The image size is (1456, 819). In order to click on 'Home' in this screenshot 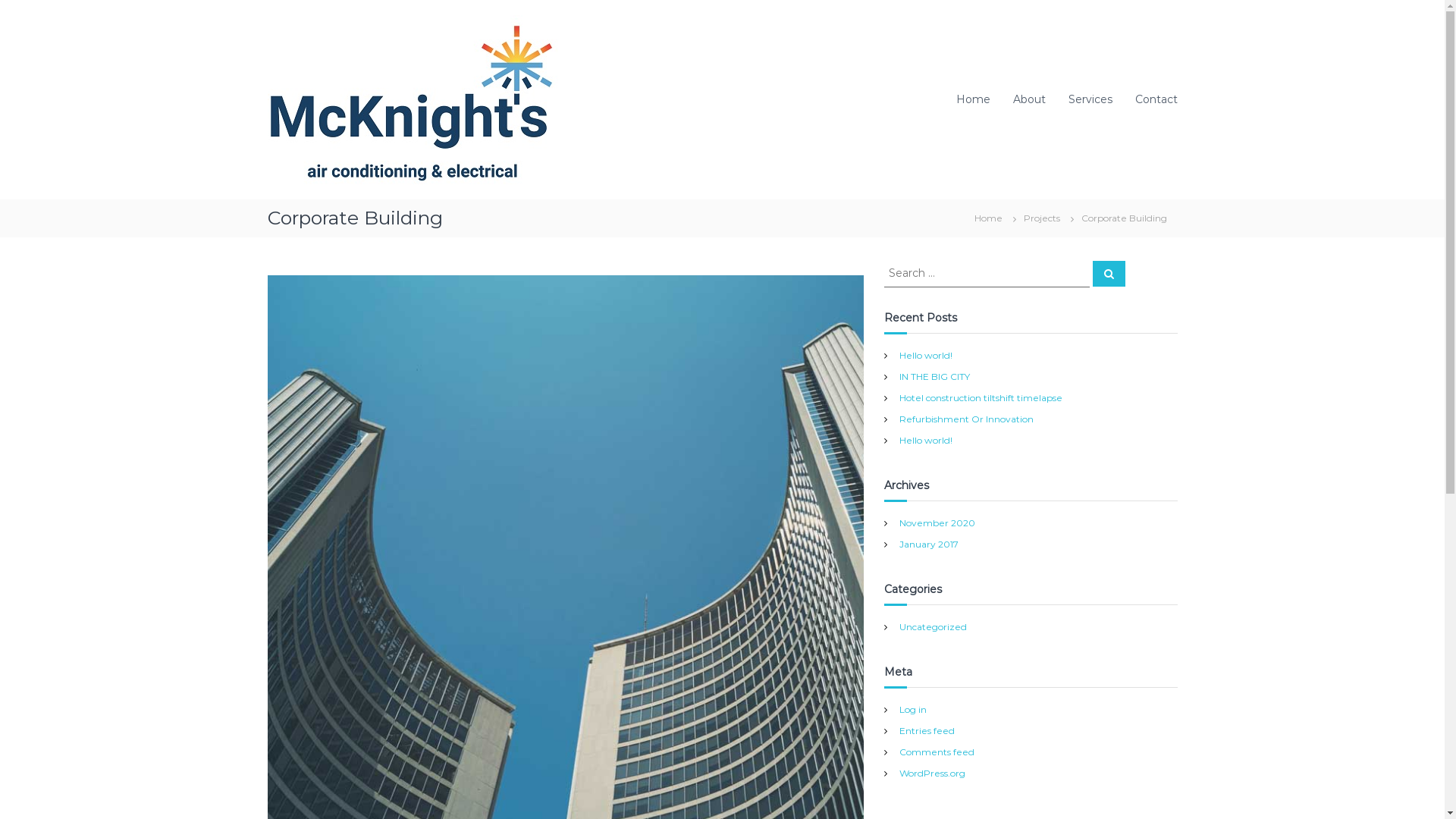, I will do `click(962, 217)`.